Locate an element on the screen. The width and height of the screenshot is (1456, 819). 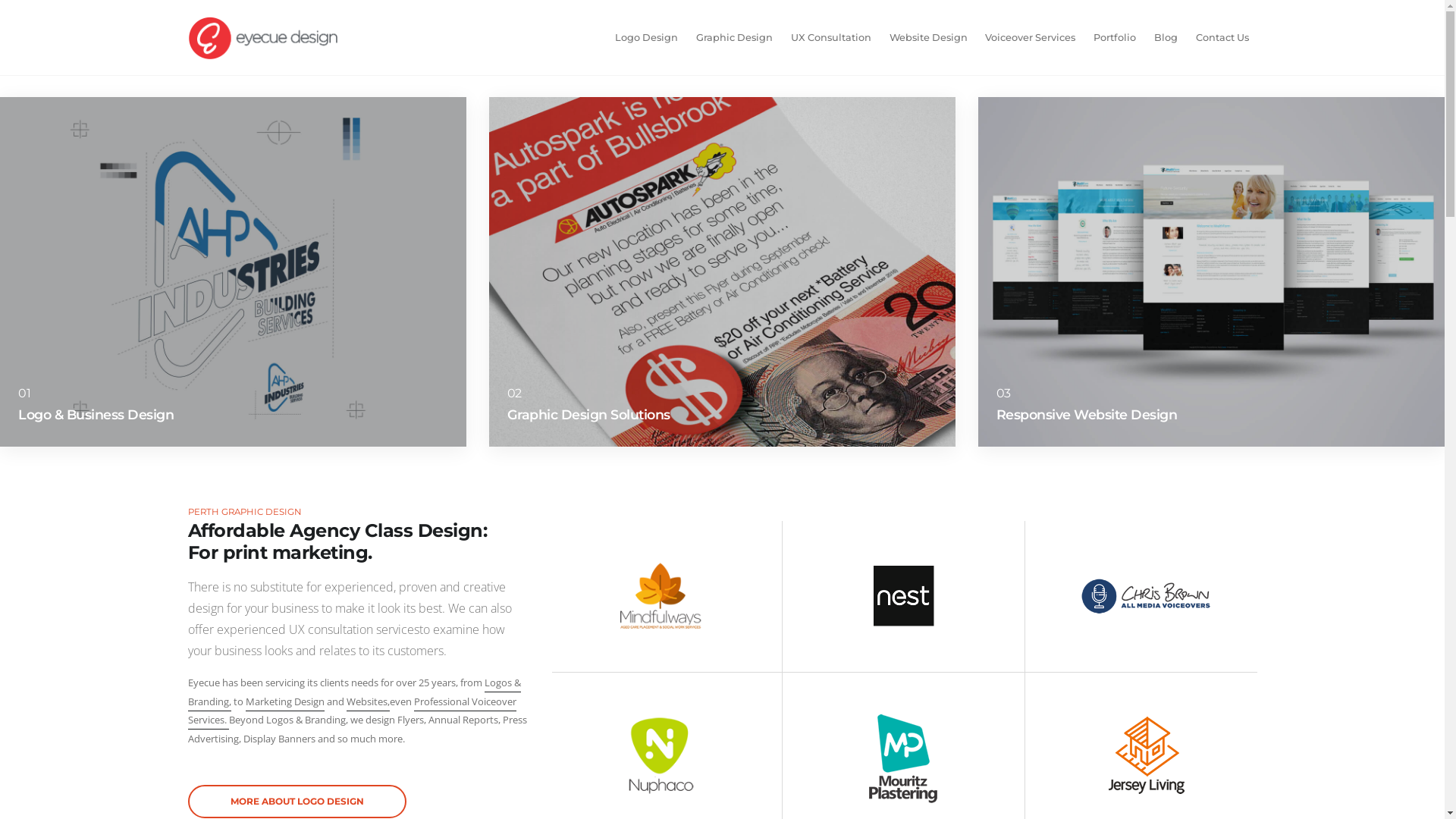
'MORE ABOUT LOGO DESIGN' is located at coordinates (297, 800).